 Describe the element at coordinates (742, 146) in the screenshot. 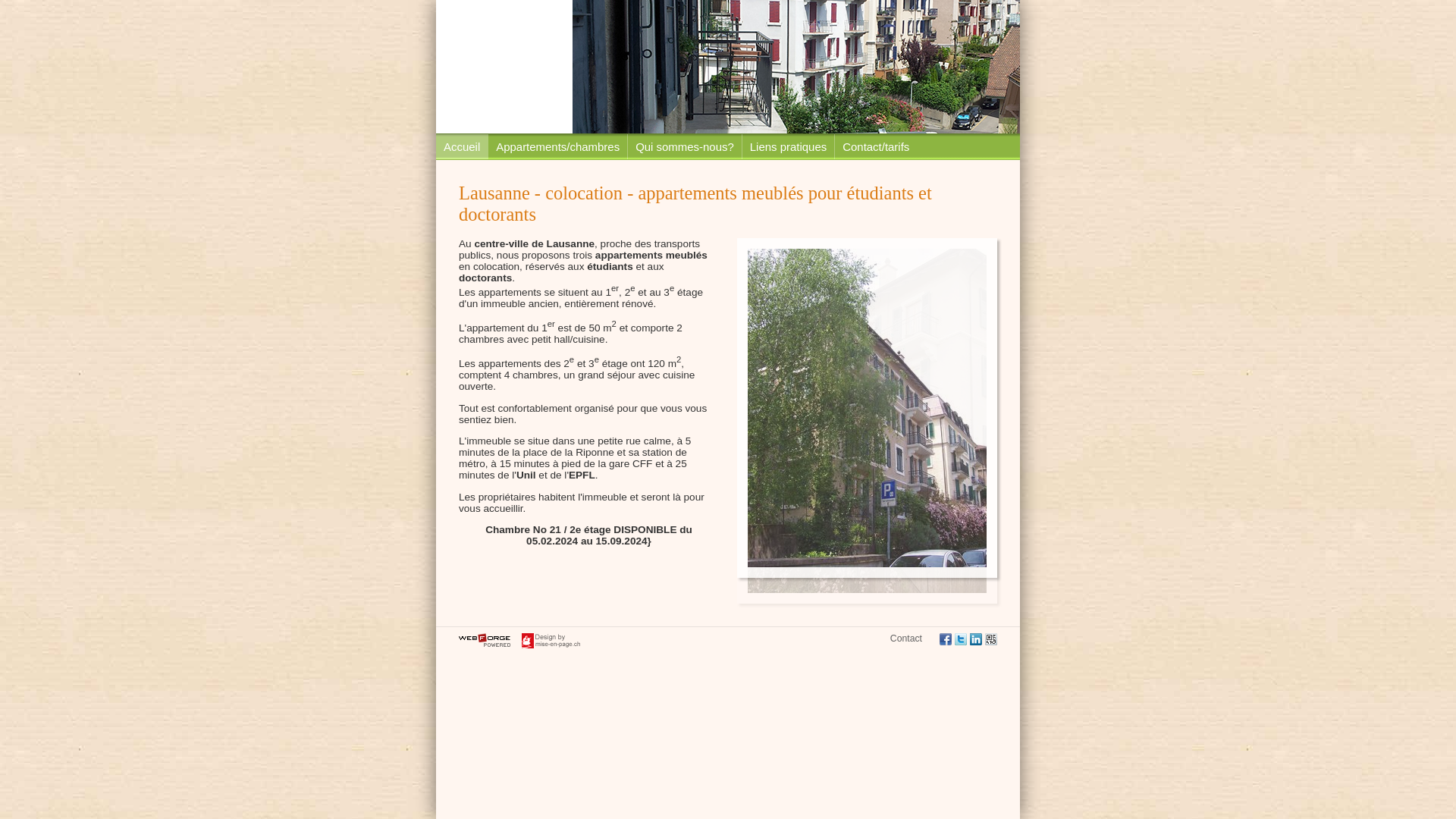

I see `'Liens pratiques'` at that location.